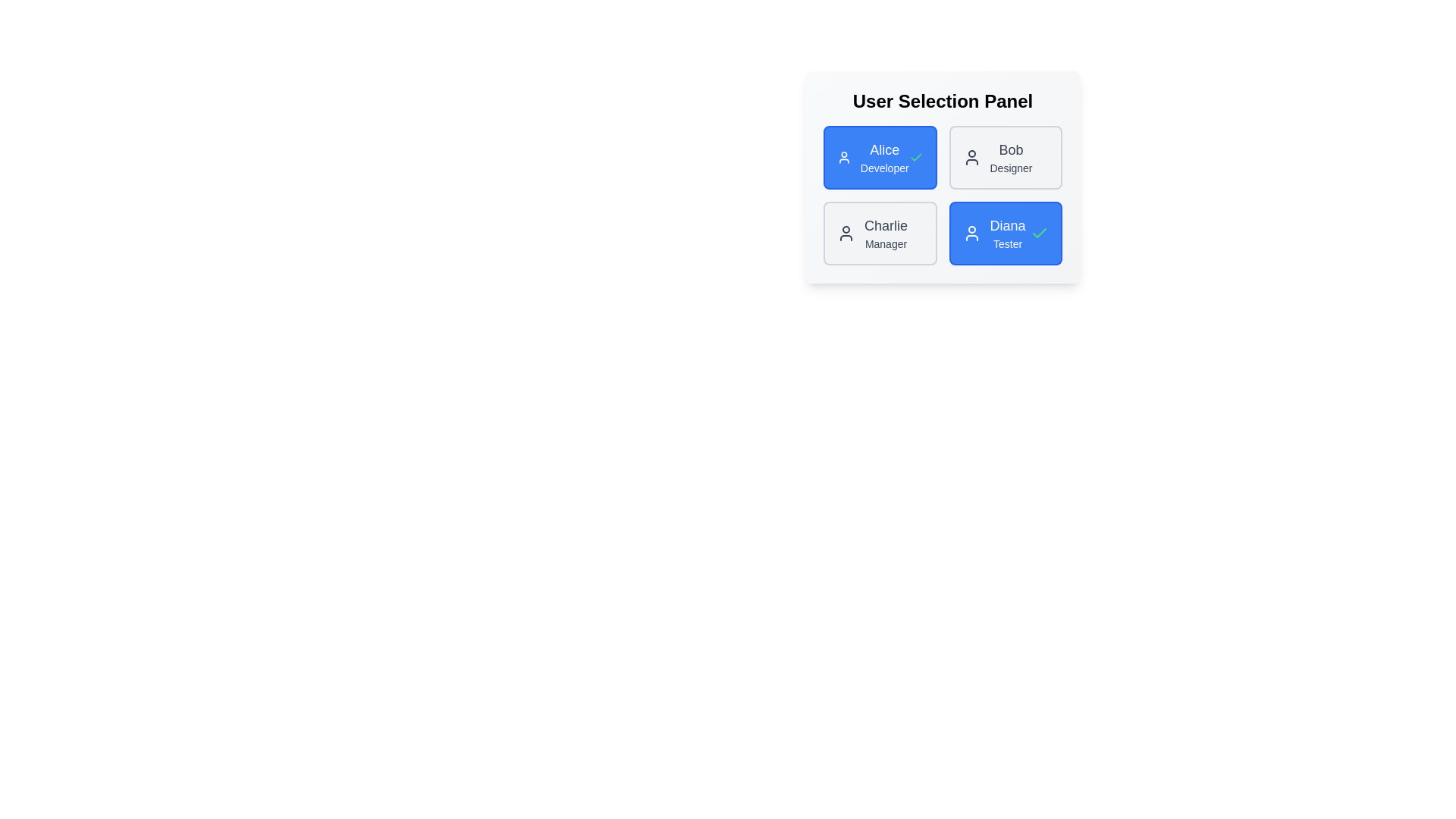 This screenshot has height=819, width=1456. I want to click on the user chip corresponding to Charlie, so click(880, 234).